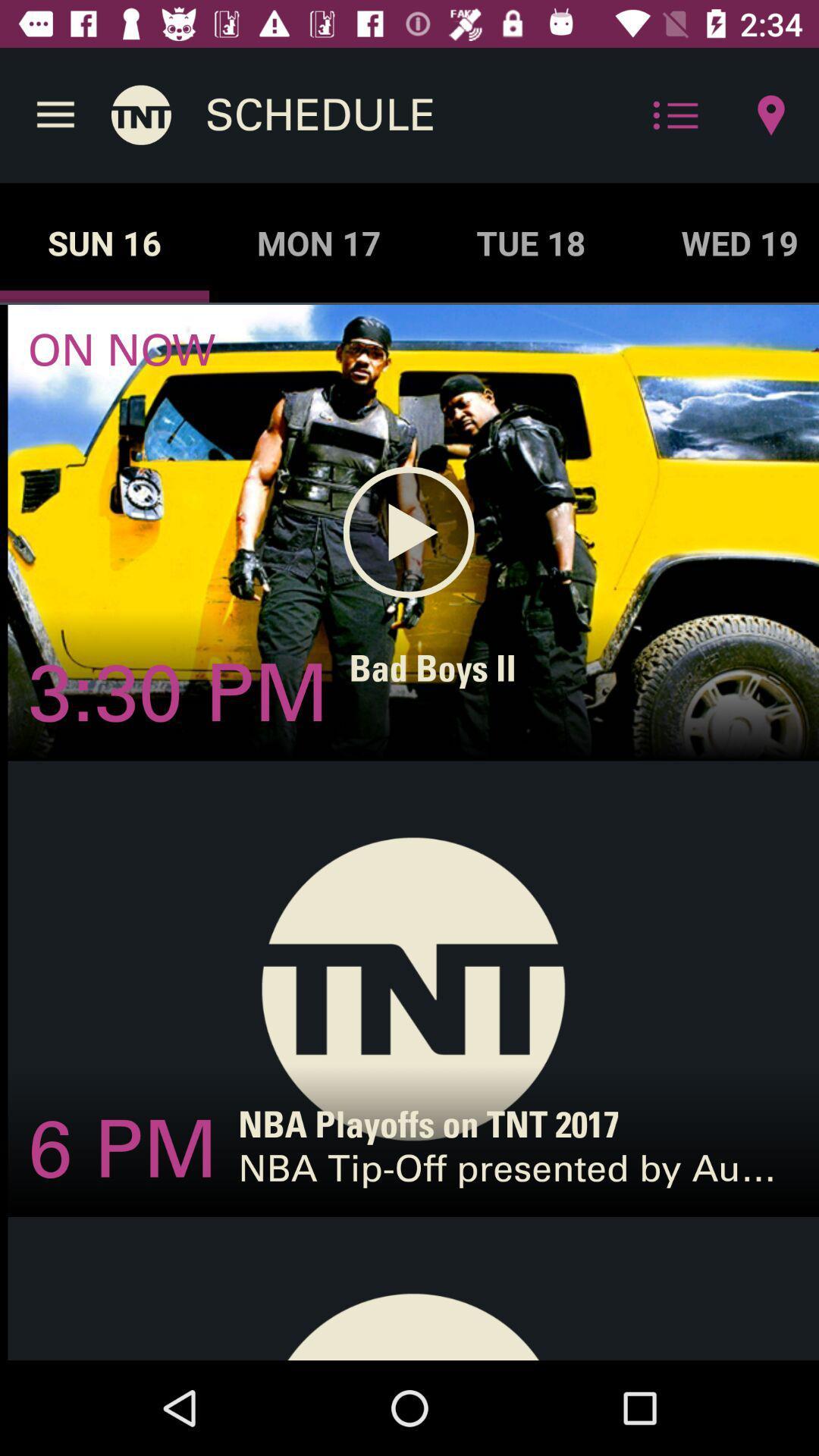 The height and width of the screenshot is (1456, 819). Describe the element at coordinates (530, 243) in the screenshot. I see `icon next to wed 19 icon` at that location.